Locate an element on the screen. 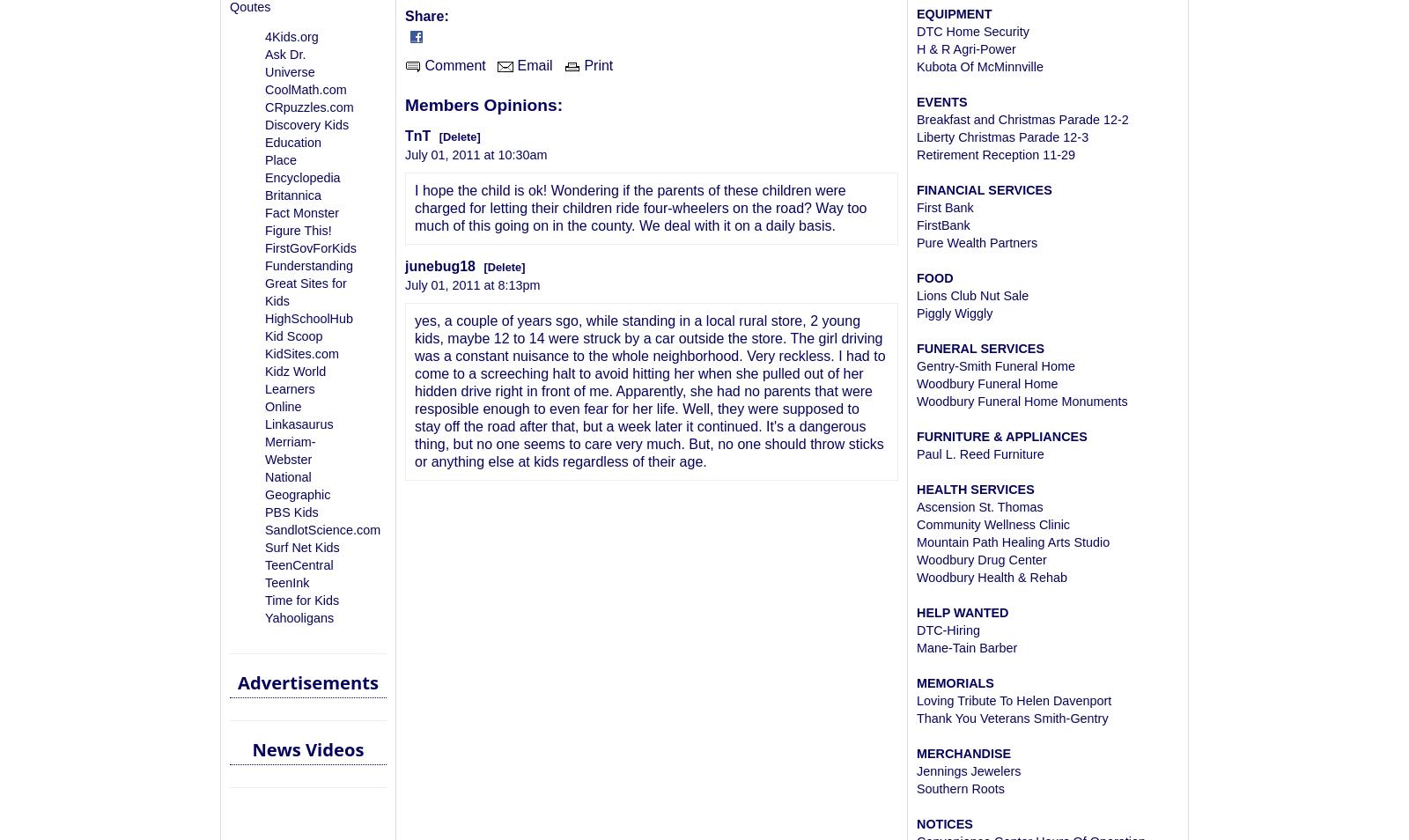 This screenshot has width=1409, height=840. 'Loving Tribute To Helen Davenport' is located at coordinates (1014, 701).